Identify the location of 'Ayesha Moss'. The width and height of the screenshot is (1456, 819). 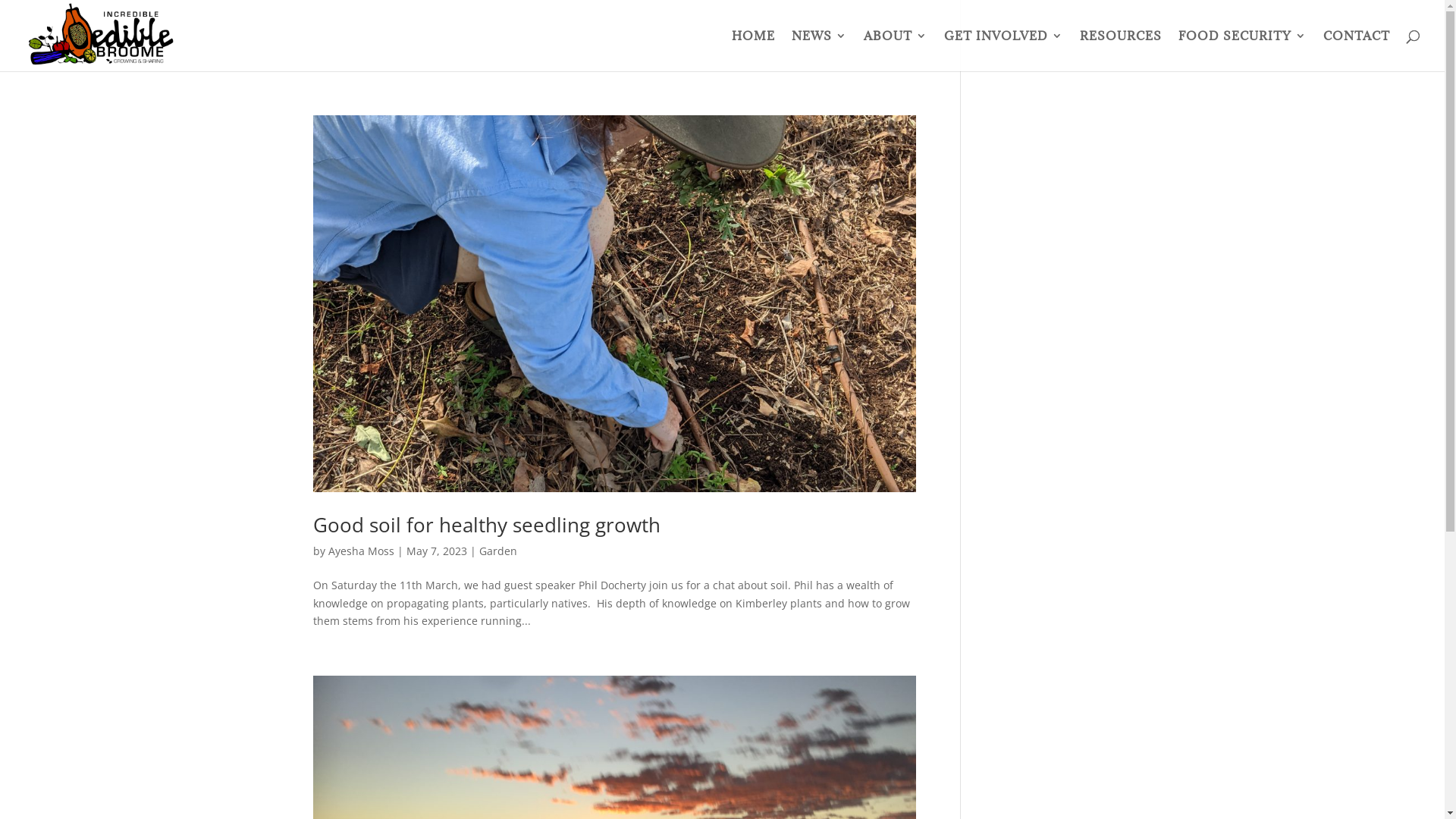
(359, 551).